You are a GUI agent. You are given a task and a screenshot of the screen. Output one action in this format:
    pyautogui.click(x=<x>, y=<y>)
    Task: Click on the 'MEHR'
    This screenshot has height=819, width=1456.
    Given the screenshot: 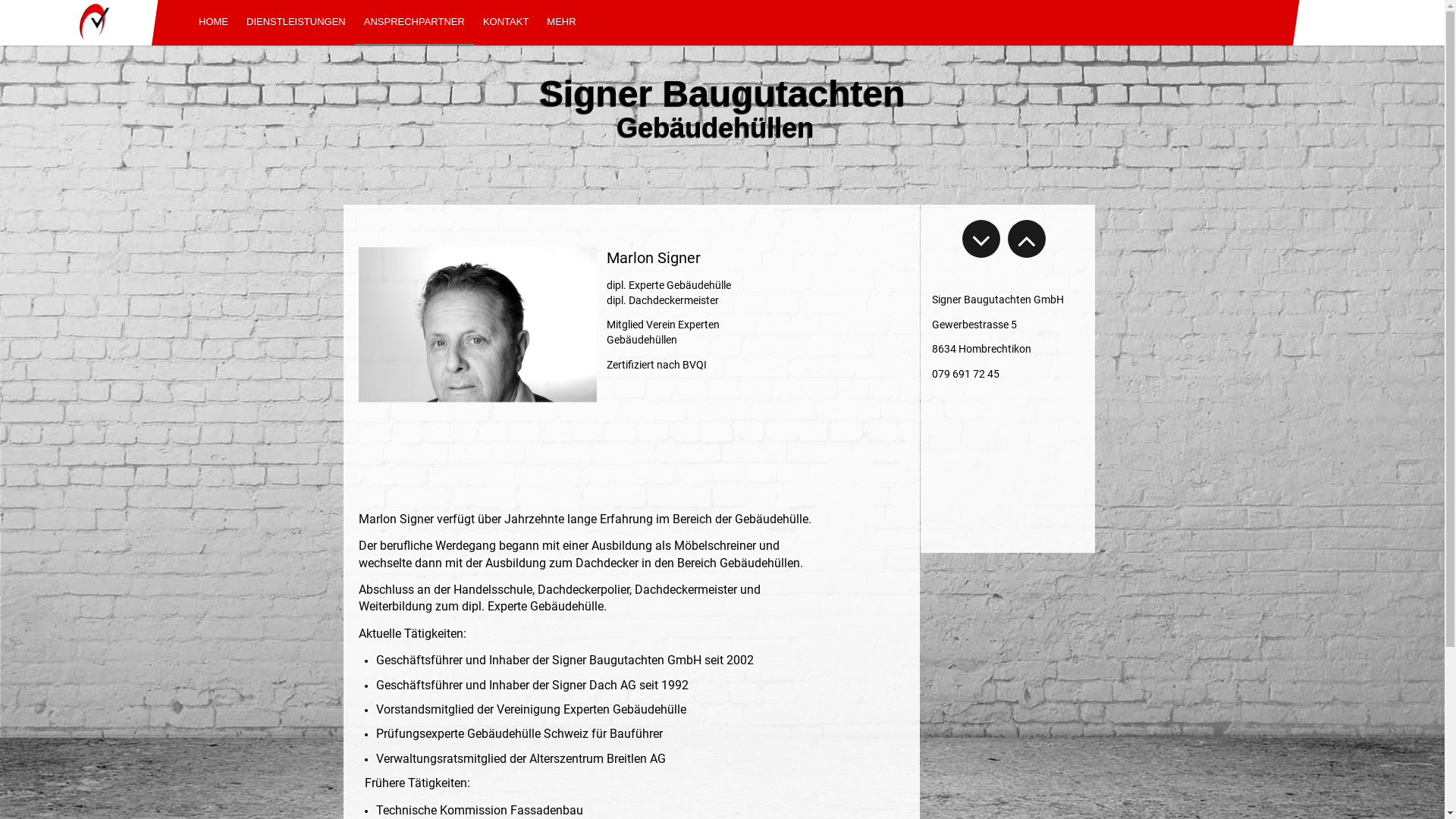 What is the action you would take?
    pyautogui.click(x=538, y=22)
    